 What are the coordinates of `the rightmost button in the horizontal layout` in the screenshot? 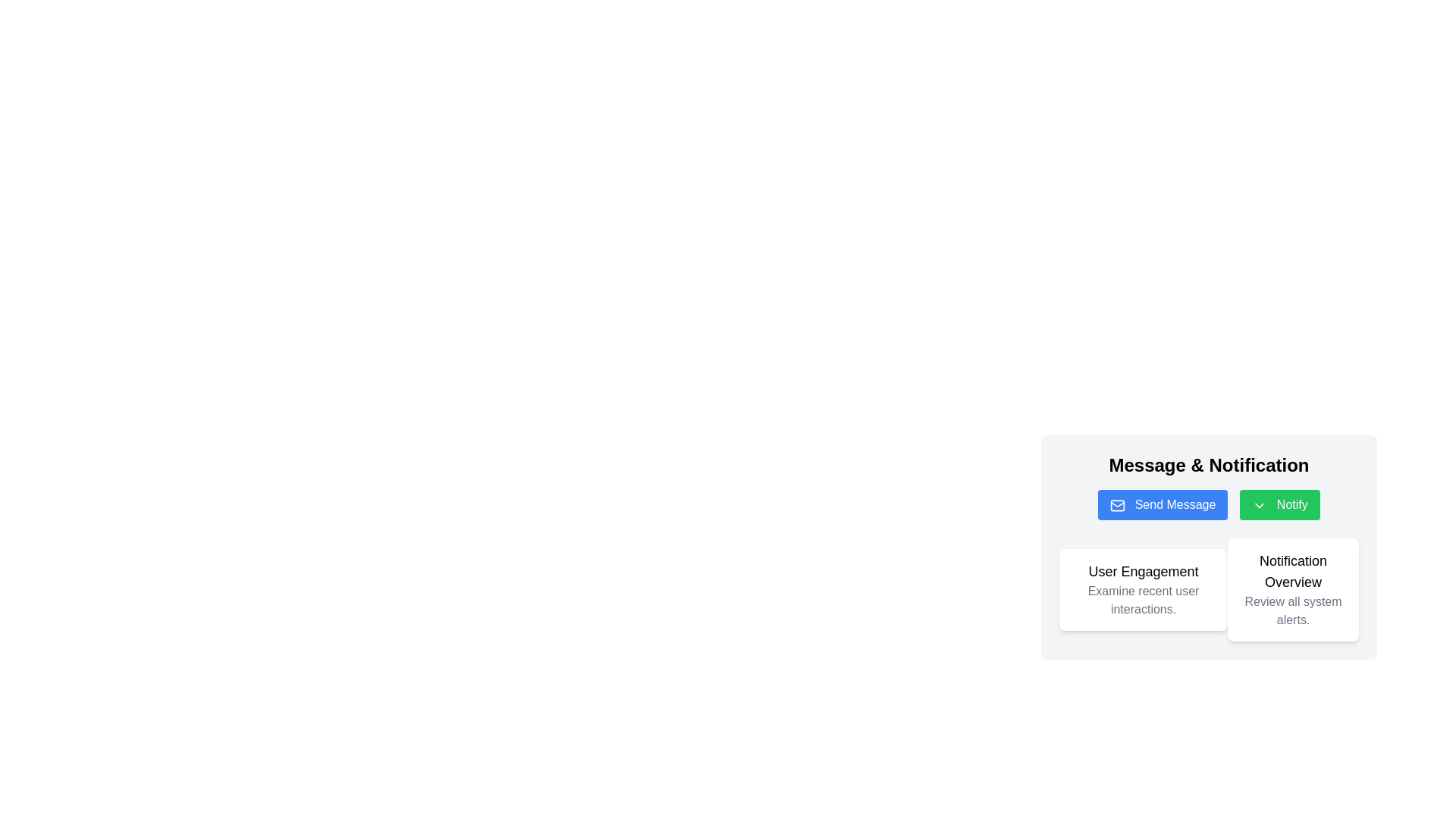 It's located at (1279, 505).